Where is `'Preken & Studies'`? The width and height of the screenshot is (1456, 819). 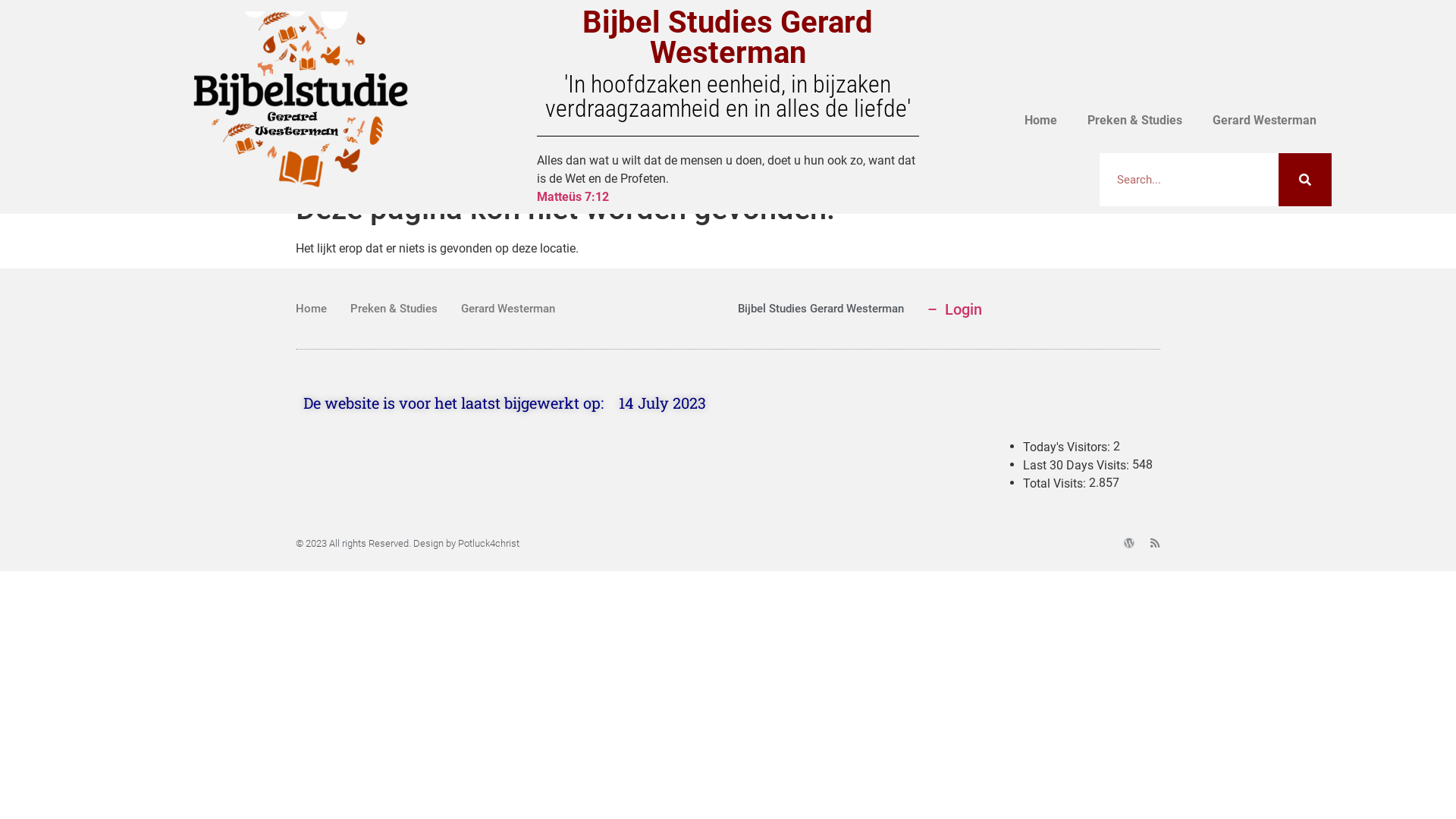
'Preken & Studies' is located at coordinates (1134, 119).